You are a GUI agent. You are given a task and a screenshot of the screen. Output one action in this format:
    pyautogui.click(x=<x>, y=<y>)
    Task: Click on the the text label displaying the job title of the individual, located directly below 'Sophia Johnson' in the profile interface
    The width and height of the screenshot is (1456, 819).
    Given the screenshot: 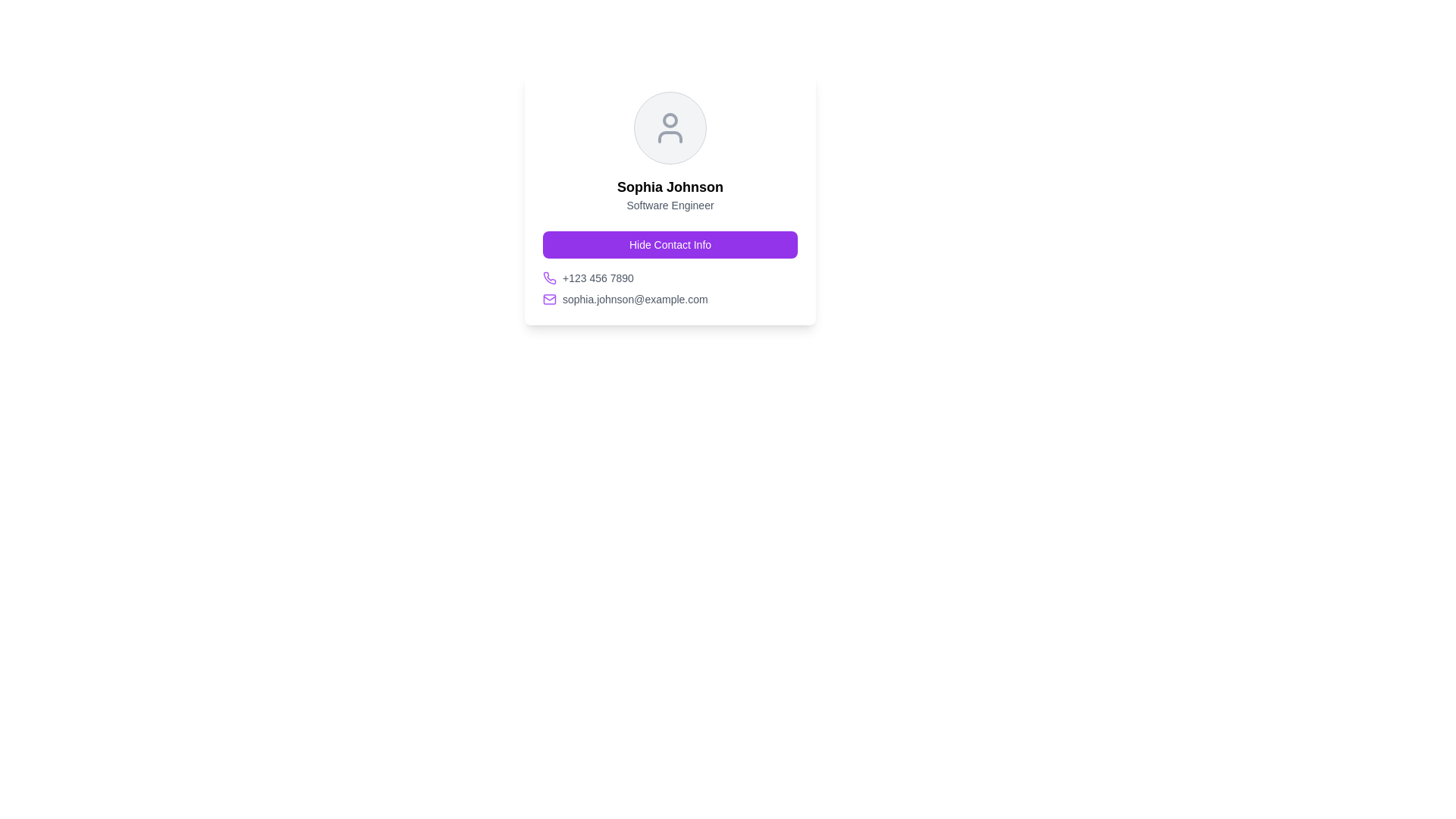 What is the action you would take?
    pyautogui.click(x=669, y=205)
    